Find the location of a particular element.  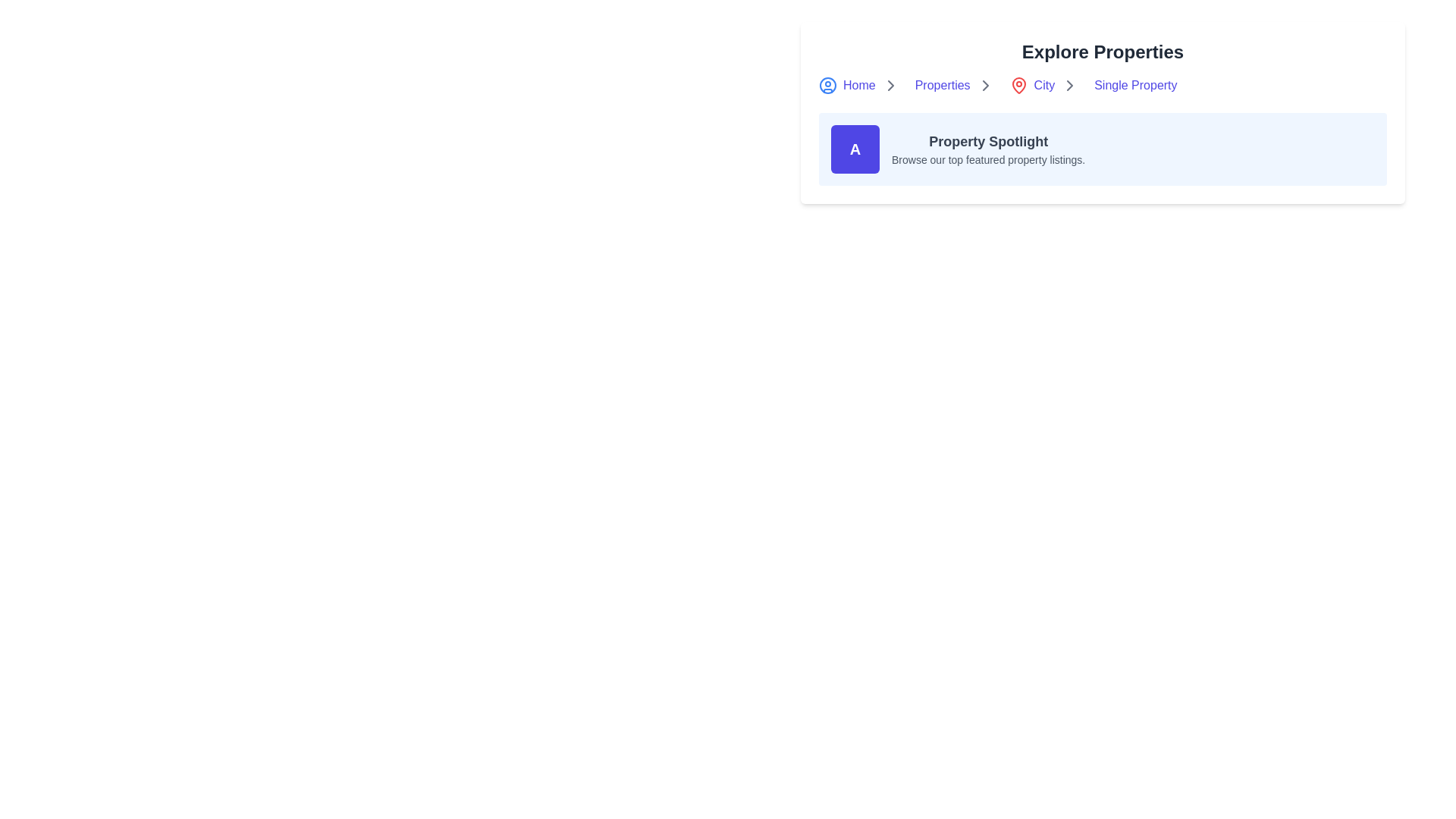

the third segment of the breadcrumb navigation bar that links to the 'City' section is located at coordinates (1046, 85).